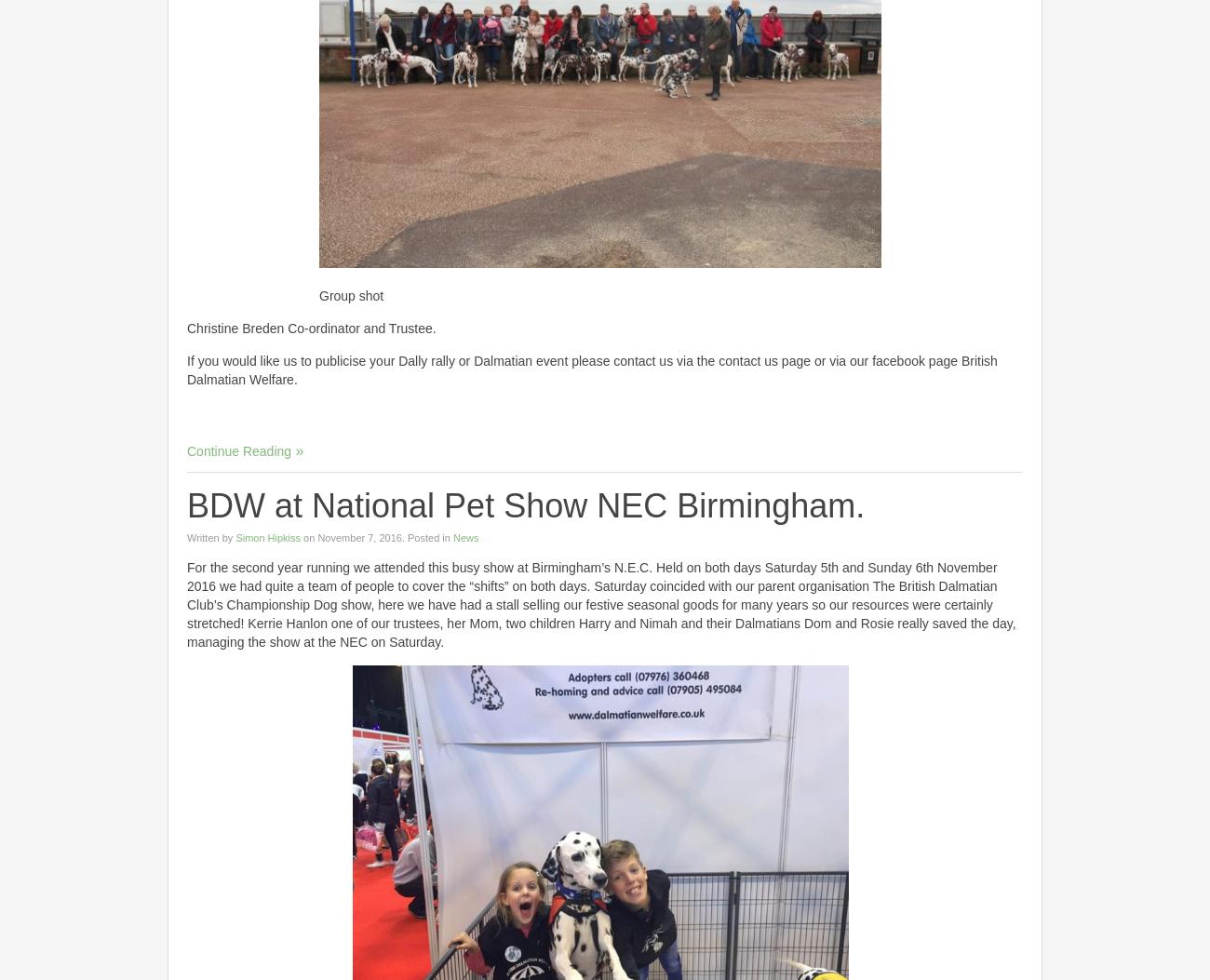 The image size is (1210, 980). Describe the element at coordinates (600, 602) in the screenshot. I see `'For the second year running we attended this busy show at Birmingham’s N.E.C. Held on both days Saturday 5th and Sunday 6th November 2016 we had quite a team of people to cover the “shifts” on both days. Saturday coincided with our parent organisation The British Dalmatian Club’s Championship Dog show, here we have had a stall selling our festive seasonal goods for many years so our resources were certainly stretched! Kerrie Hanlon one of our trustees, her Mom, two children Harry and Nimah and their Dalmatians Dom and Rosie really saved the day, managing the show at the NEC on Saturday.'` at that location.